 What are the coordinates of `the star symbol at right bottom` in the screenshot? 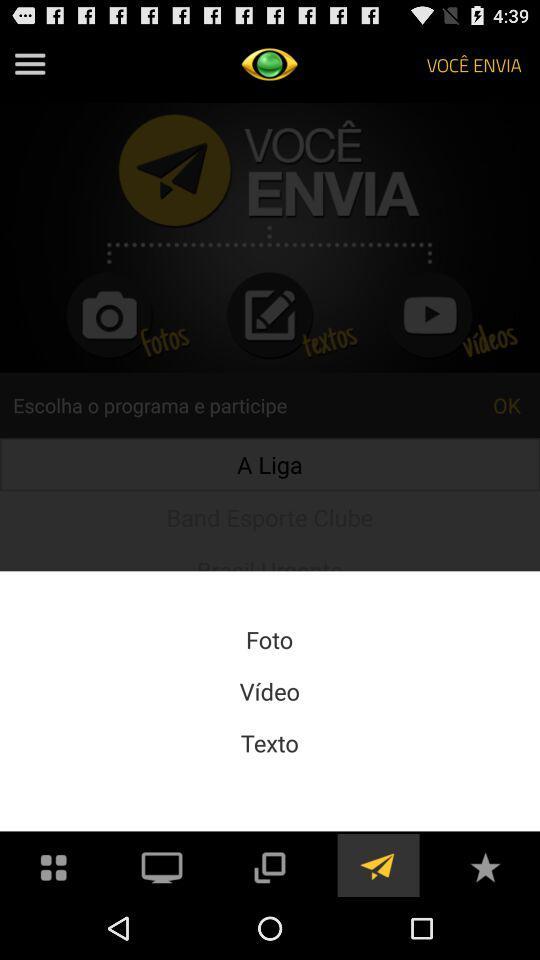 It's located at (485, 864).